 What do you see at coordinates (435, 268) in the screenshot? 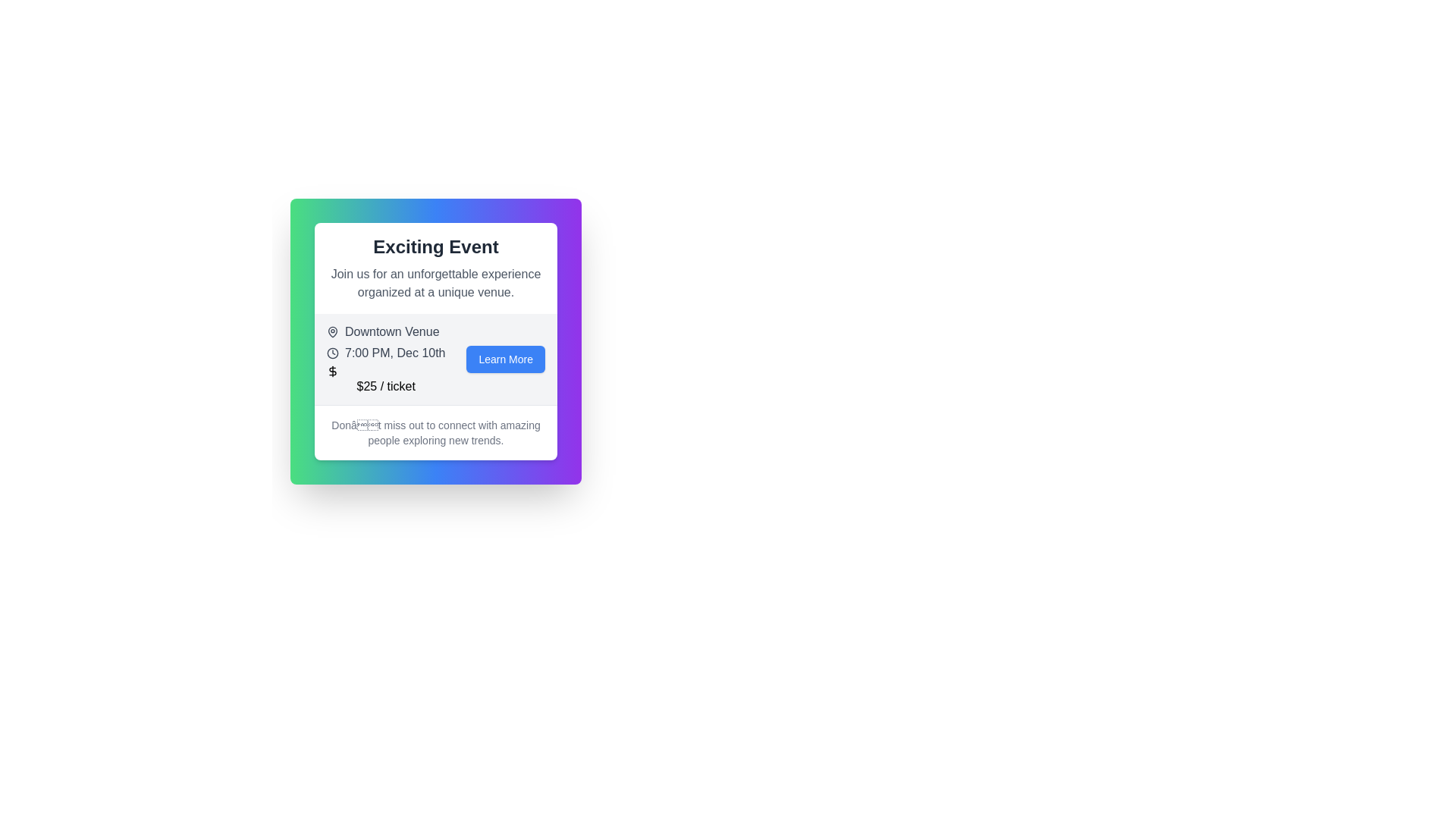
I see `the 'Exciting Event' title text block, which is prominently displayed in bold, large font at the top of the central card` at bounding box center [435, 268].